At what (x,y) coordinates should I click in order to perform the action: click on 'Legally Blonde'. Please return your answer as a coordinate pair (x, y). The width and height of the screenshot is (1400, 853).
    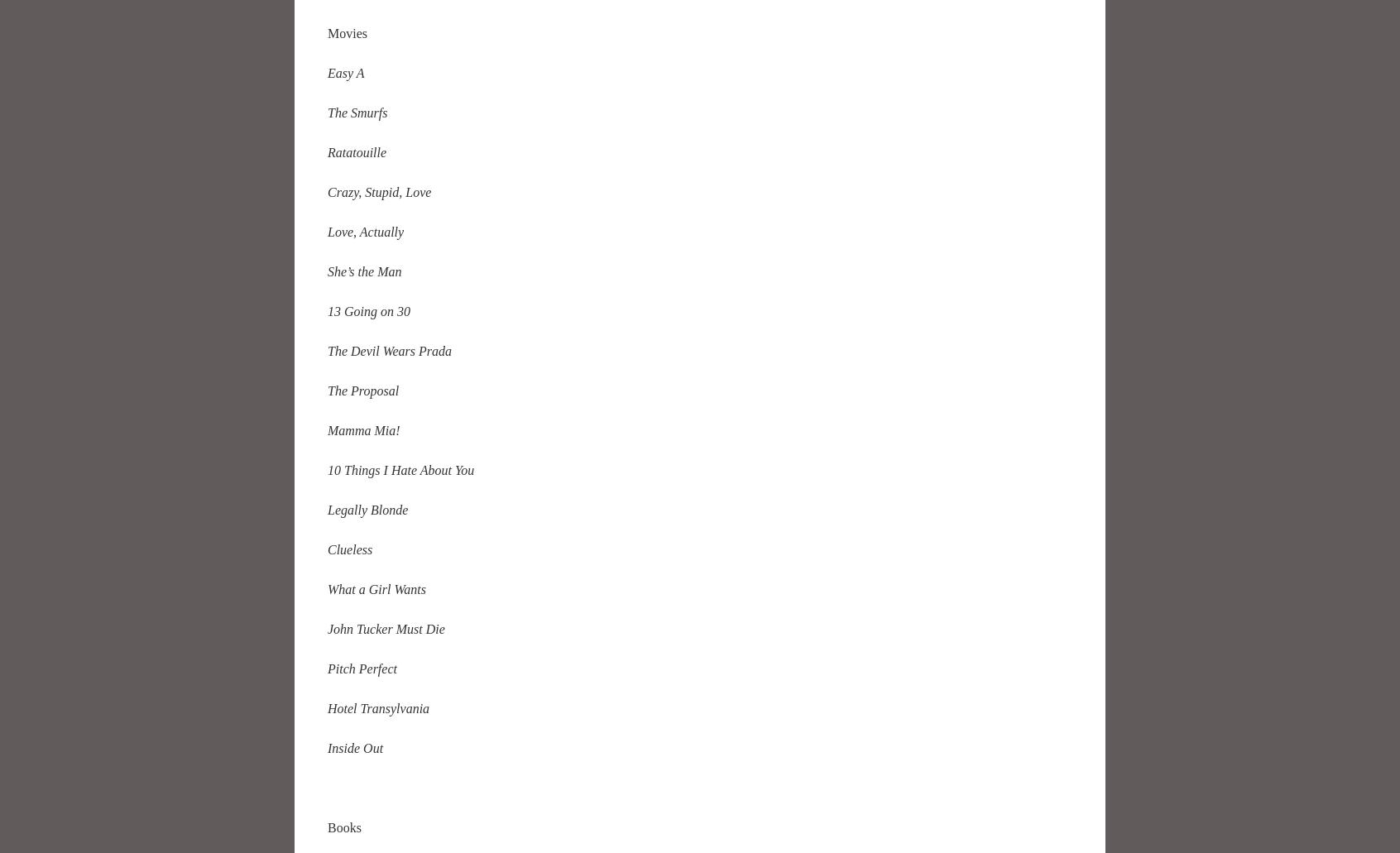
    Looking at the image, I should click on (367, 508).